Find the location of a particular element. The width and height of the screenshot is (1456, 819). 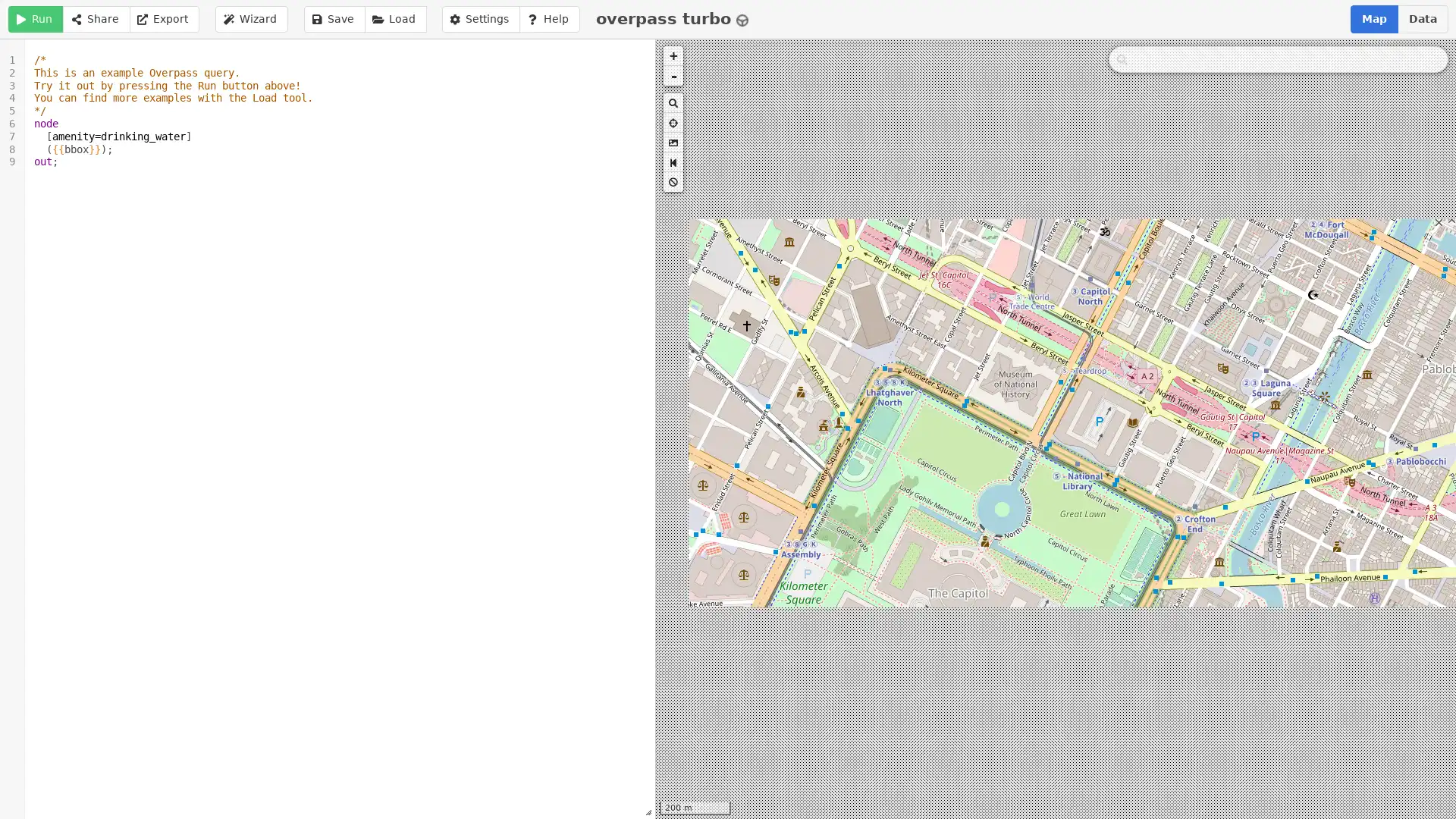

Export is located at coordinates (164, 19).